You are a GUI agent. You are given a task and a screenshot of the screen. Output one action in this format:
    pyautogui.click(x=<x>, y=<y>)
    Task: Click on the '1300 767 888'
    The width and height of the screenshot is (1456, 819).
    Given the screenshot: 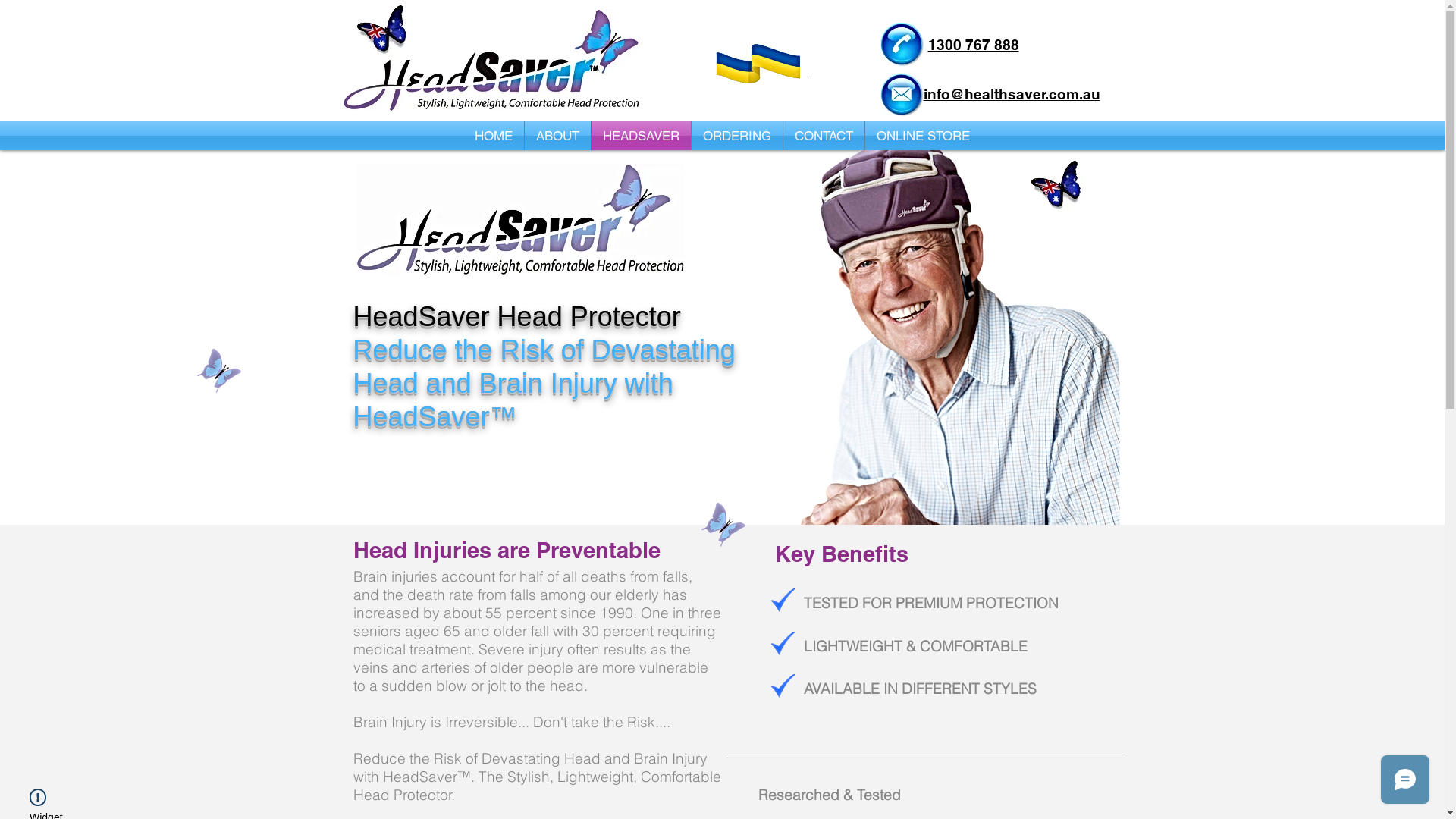 What is the action you would take?
    pyautogui.click(x=973, y=43)
    